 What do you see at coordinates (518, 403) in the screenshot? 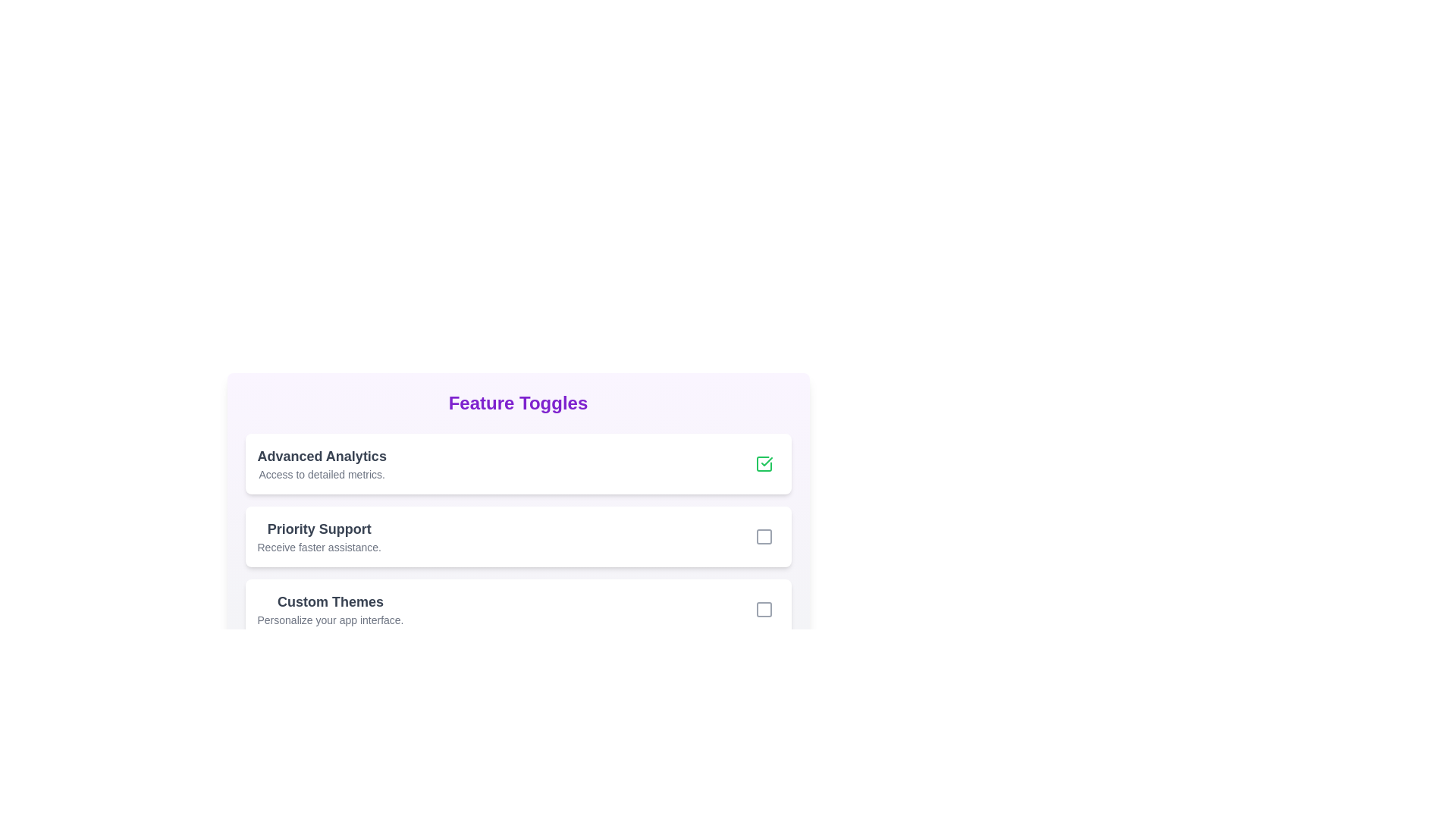
I see `the 'Feature Toggles' header text display element` at bounding box center [518, 403].